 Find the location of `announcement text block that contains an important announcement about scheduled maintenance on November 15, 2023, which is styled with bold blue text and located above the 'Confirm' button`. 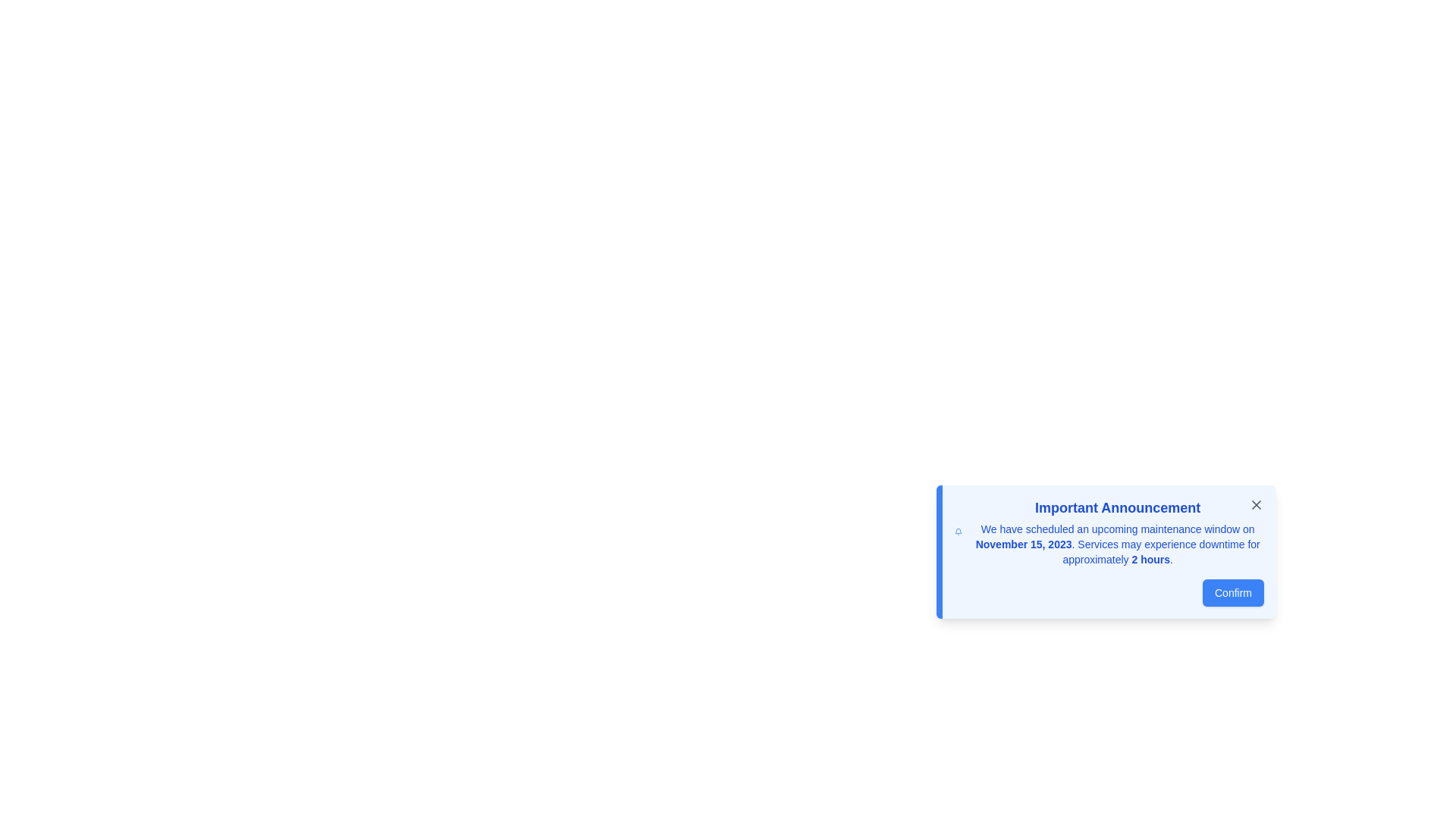

announcement text block that contains an important announcement about scheduled maintenance on November 15, 2023, which is styled with bold blue text and located above the 'Confirm' button is located at coordinates (1109, 532).